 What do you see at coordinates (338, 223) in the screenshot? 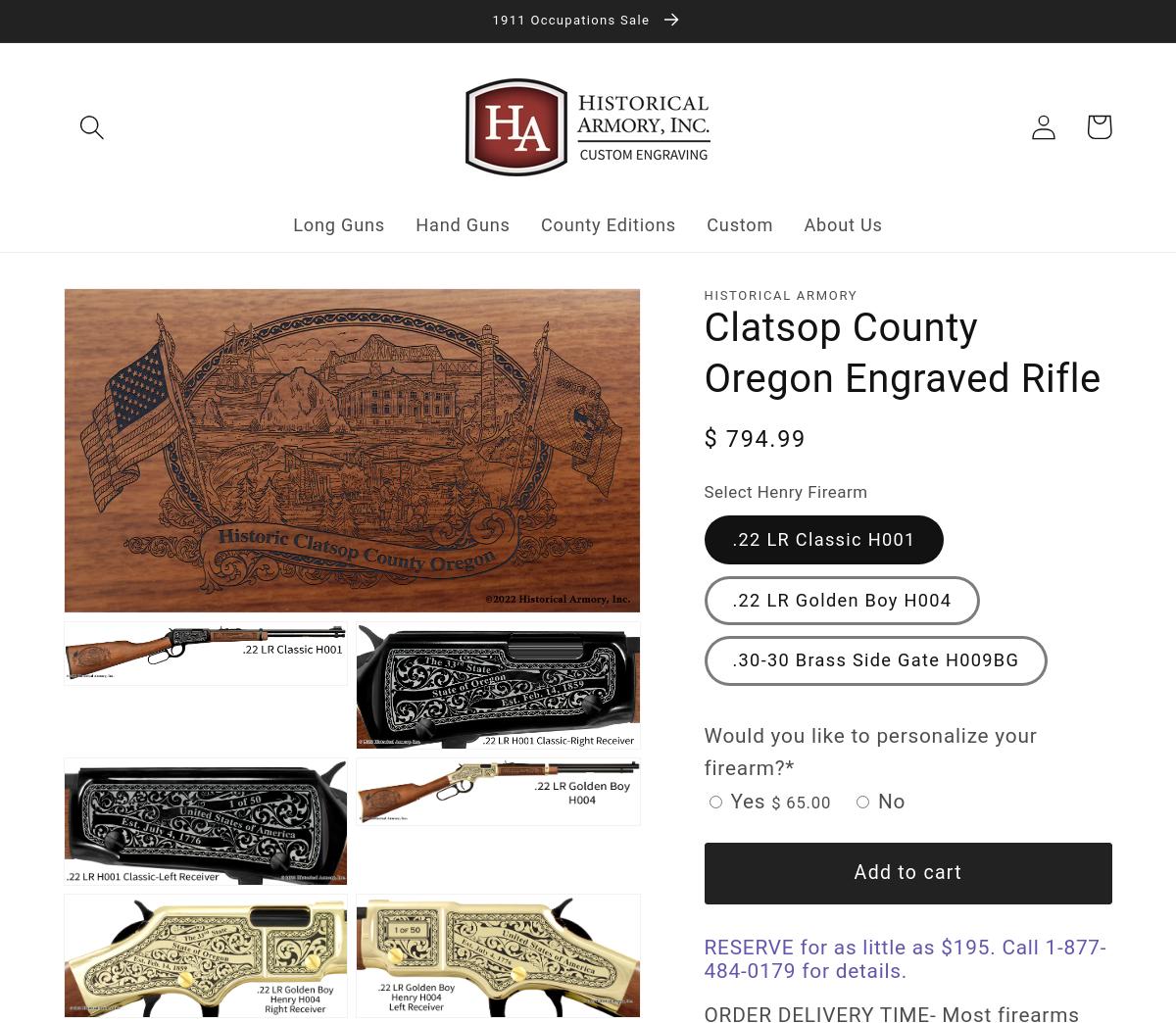
I see `'Long Guns'` at bounding box center [338, 223].